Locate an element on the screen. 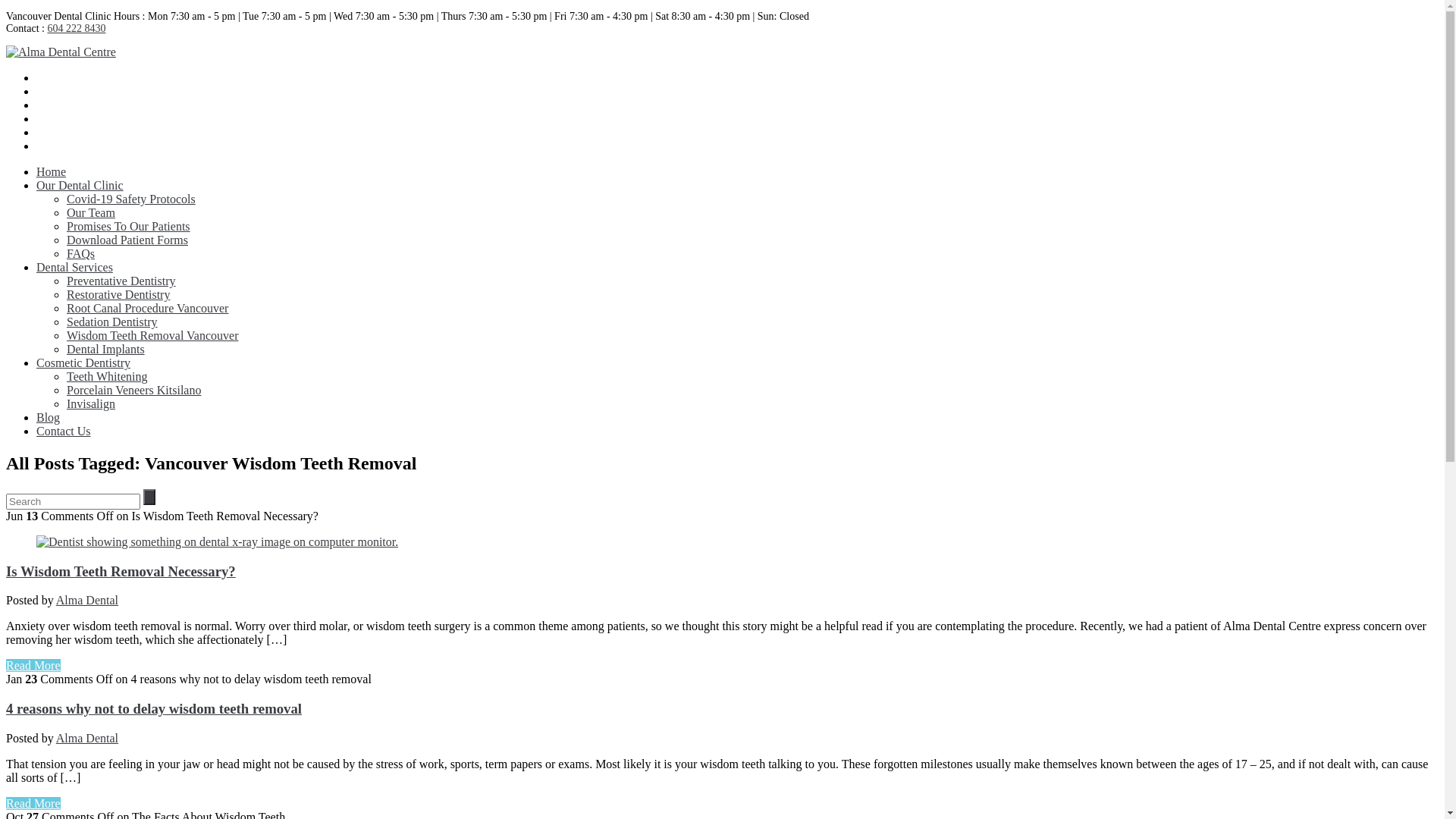 The height and width of the screenshot is (819, 1456). 'Read More' is located at coordinates (33, 802).